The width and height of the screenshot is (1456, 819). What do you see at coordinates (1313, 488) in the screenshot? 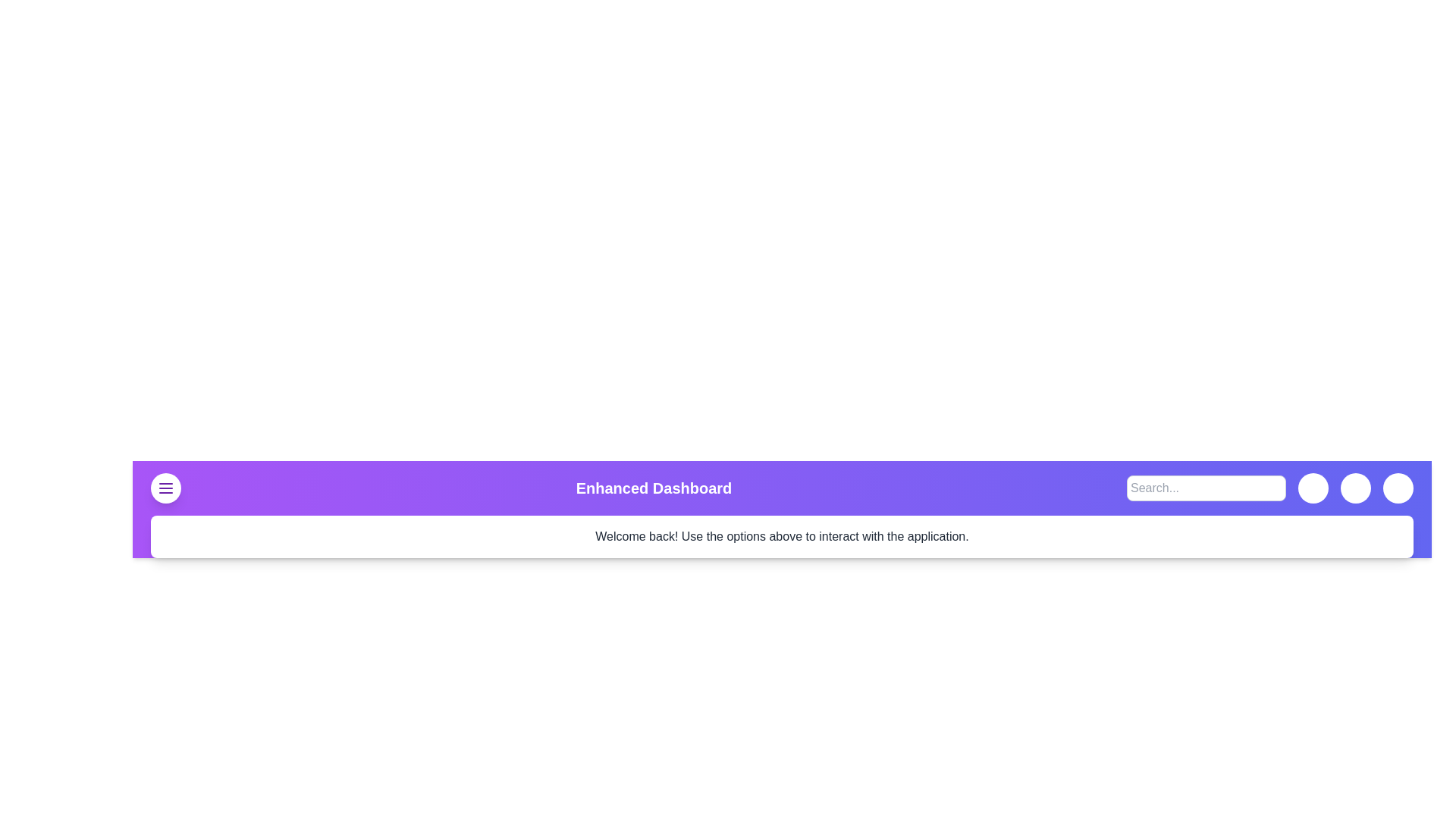
I see `message button to trigger its functionality` at bounding box center [1313, 488].